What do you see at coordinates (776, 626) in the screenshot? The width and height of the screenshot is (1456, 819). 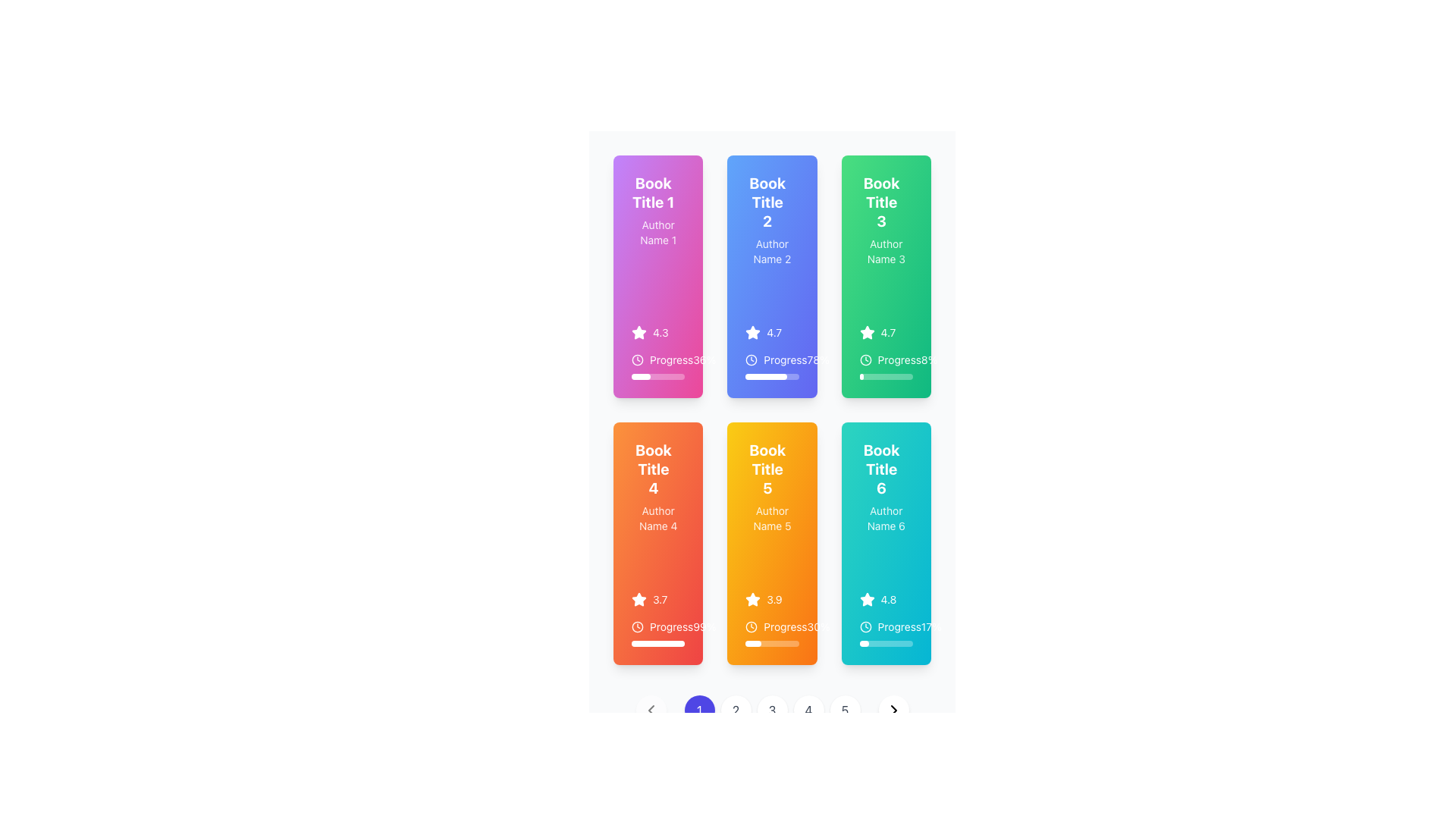 I see `the clock icon in the 'Progress' label, which is located on the bottom section of the orange card, the second card from the left in the second row of the grid layout` at bounding box center [776, 626].